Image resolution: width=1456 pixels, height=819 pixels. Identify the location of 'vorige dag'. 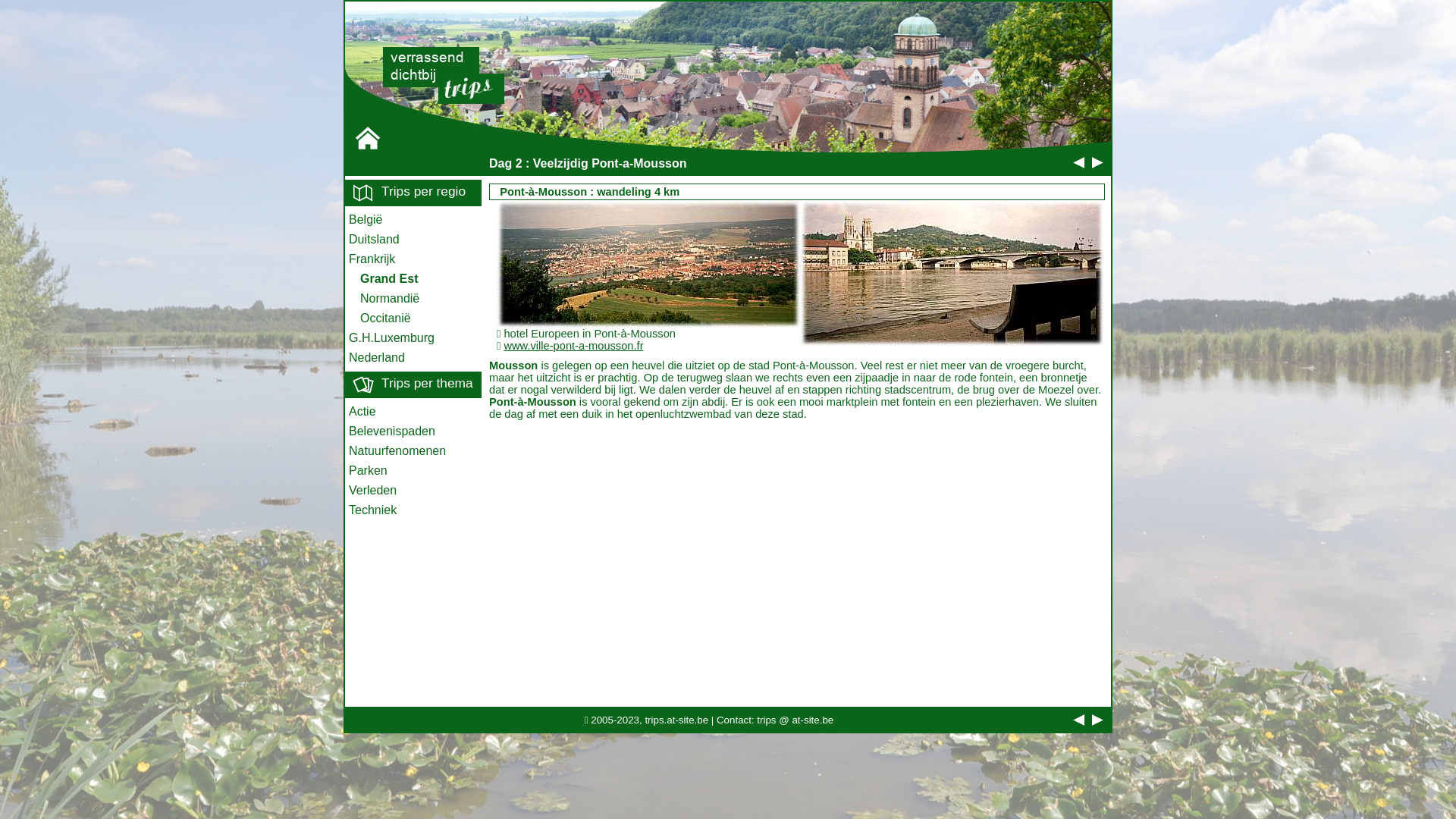
(1072, 719).